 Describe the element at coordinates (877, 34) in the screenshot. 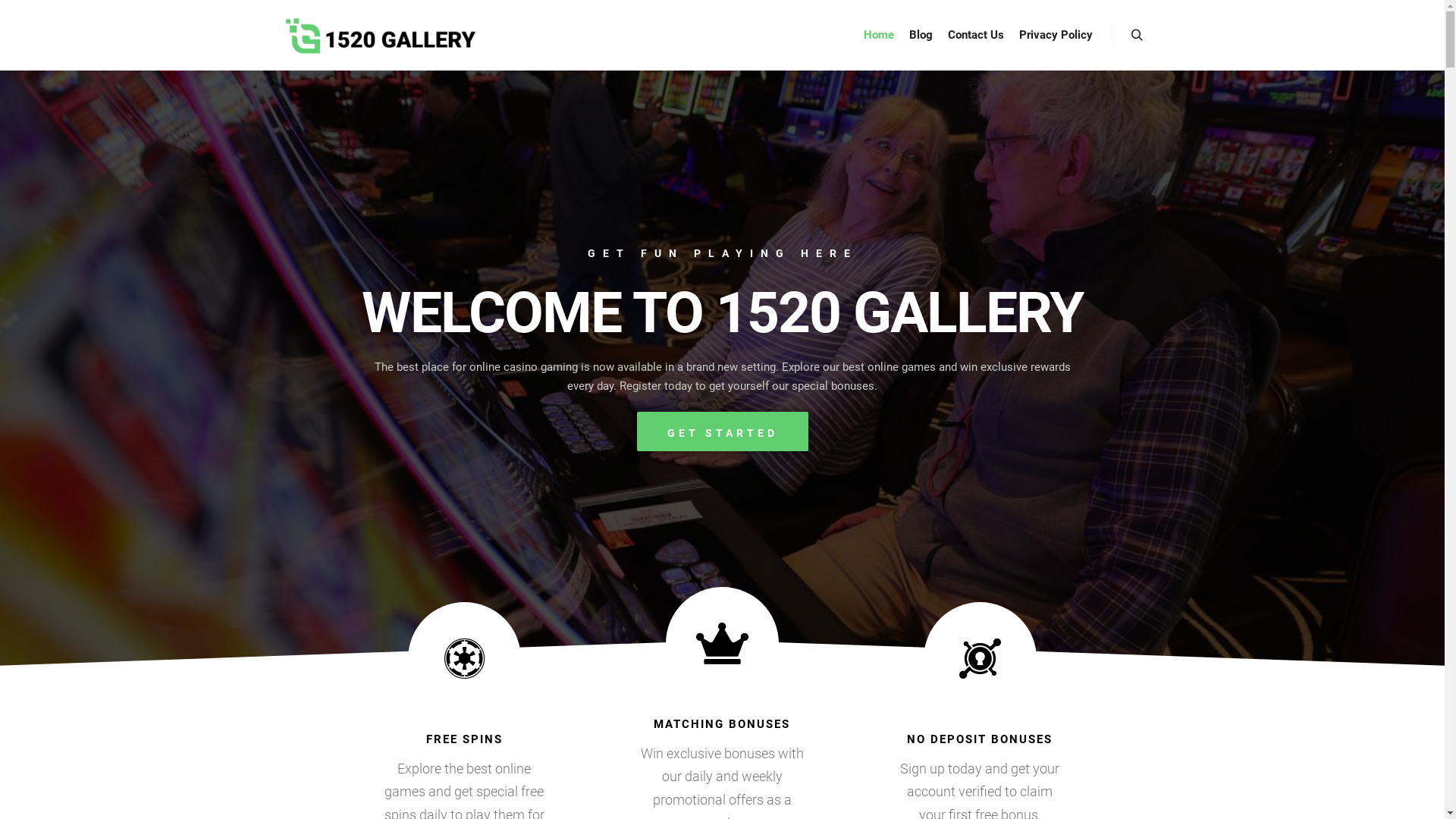

I see `'Home'` at that location.